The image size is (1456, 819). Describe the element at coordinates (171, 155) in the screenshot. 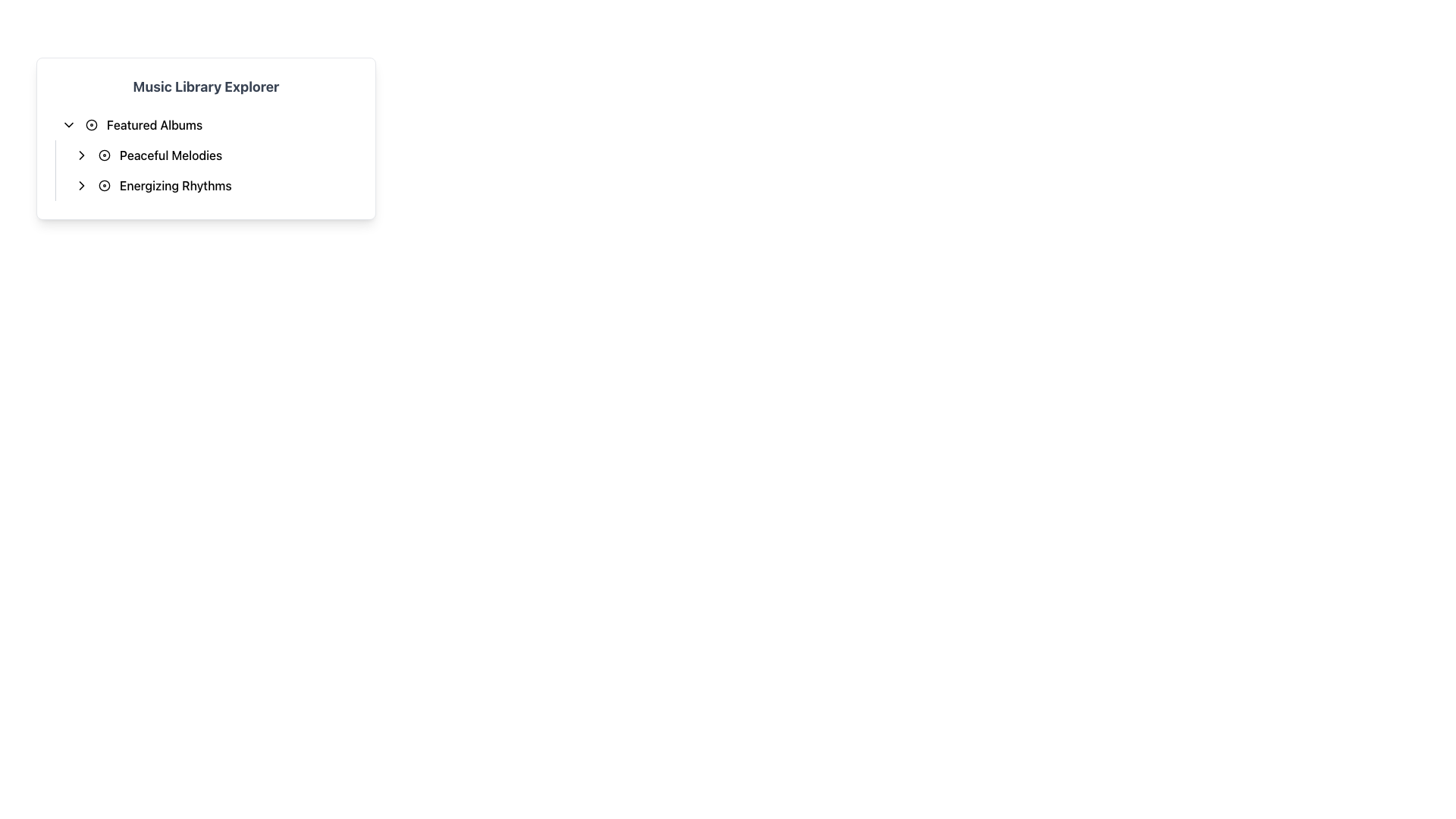

I see `the text label reading 'Peaceful Melodies' within the 'Featured Albums' section of the Music Library Explorer` at that location.